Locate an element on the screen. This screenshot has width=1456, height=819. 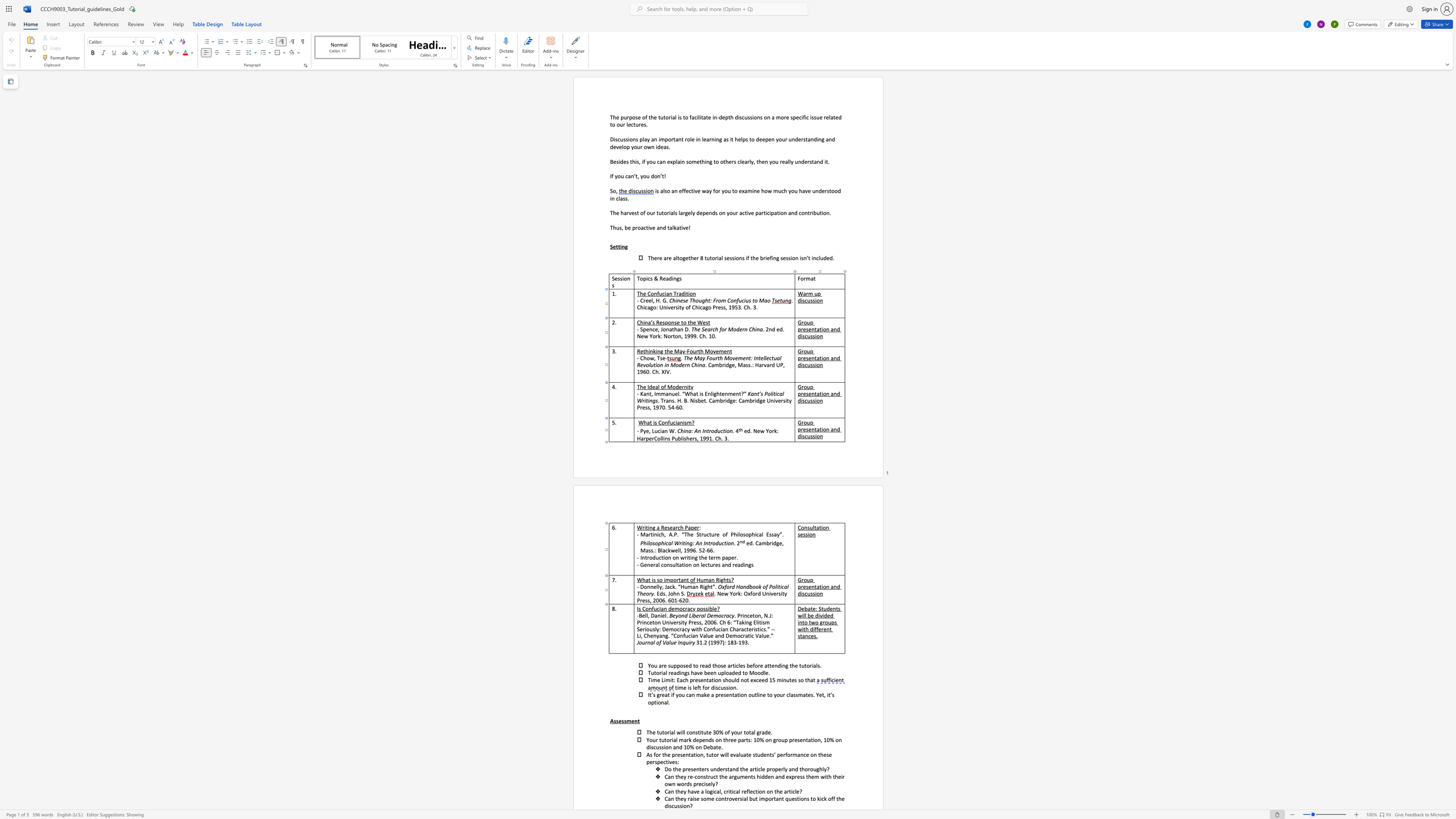
the 1th character "P" in the text is located at coordinates (638, 600).